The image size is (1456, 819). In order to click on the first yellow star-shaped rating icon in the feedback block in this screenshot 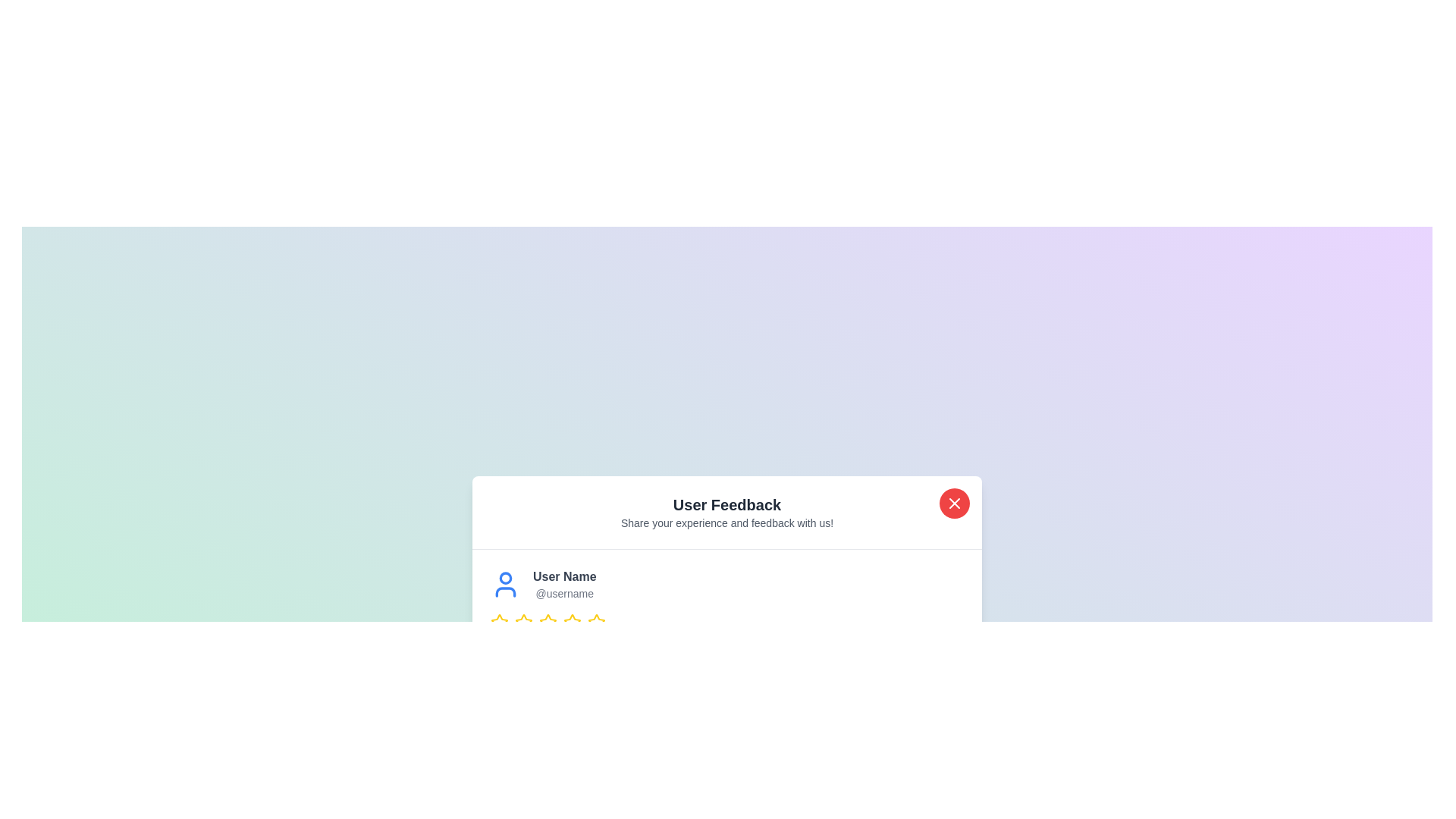, I will do `click(499, 622)`.